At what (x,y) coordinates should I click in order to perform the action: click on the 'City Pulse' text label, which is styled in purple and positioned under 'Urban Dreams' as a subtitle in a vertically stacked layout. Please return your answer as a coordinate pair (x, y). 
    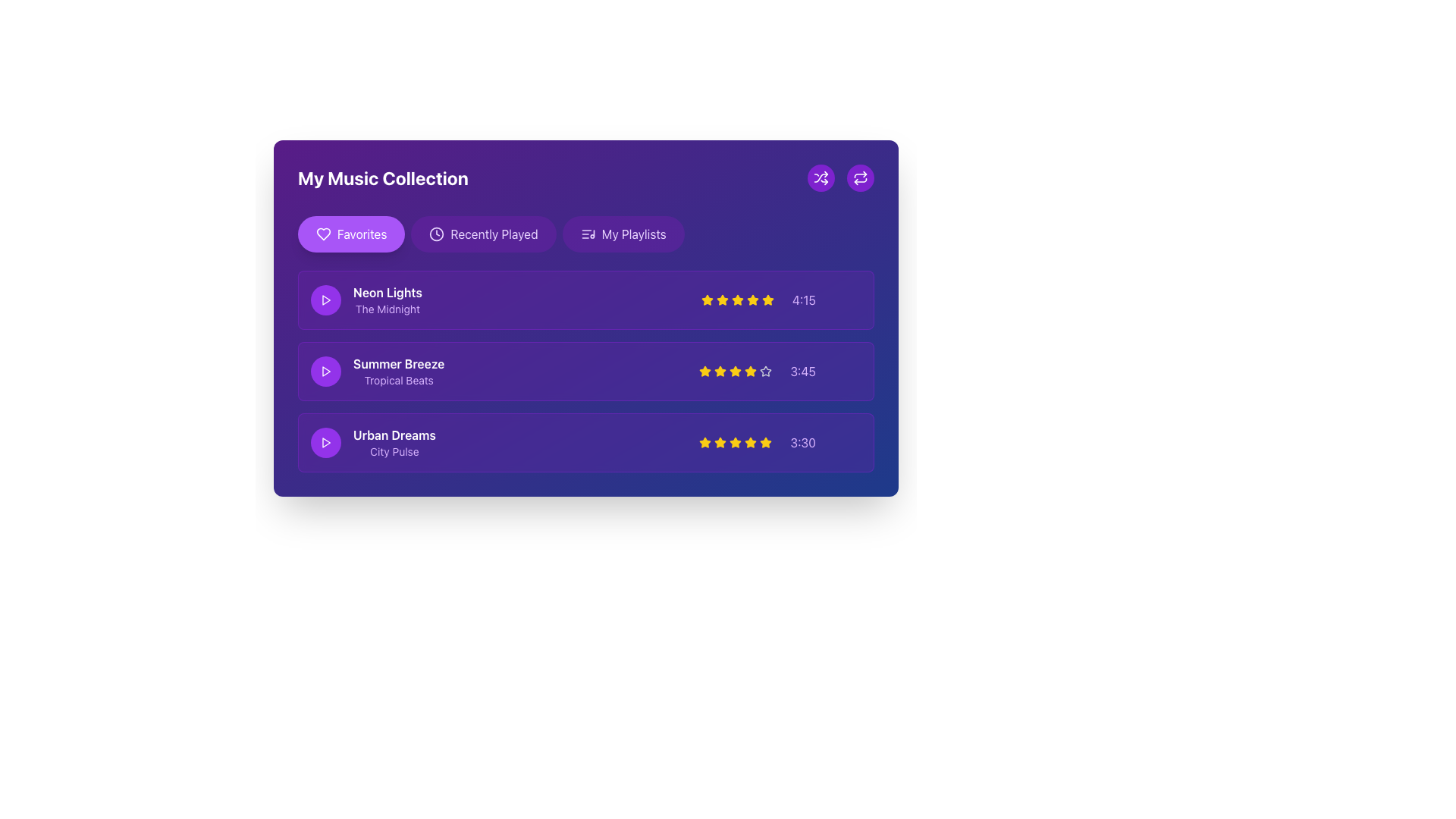
    Looking at the image, I should click on (394, 451).